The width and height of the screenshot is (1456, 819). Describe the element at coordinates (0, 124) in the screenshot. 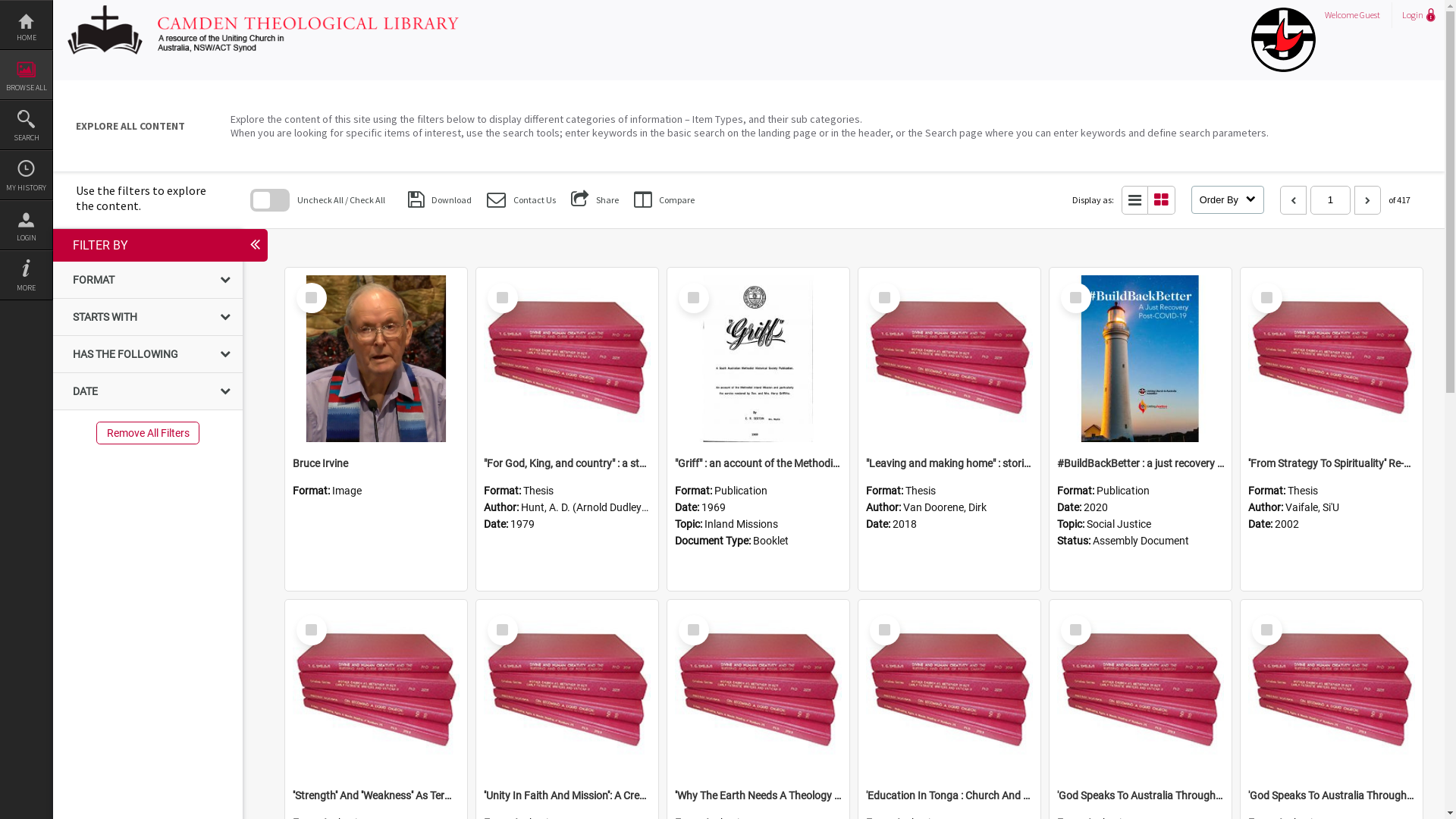

I see `'SEARCH'` at that location.